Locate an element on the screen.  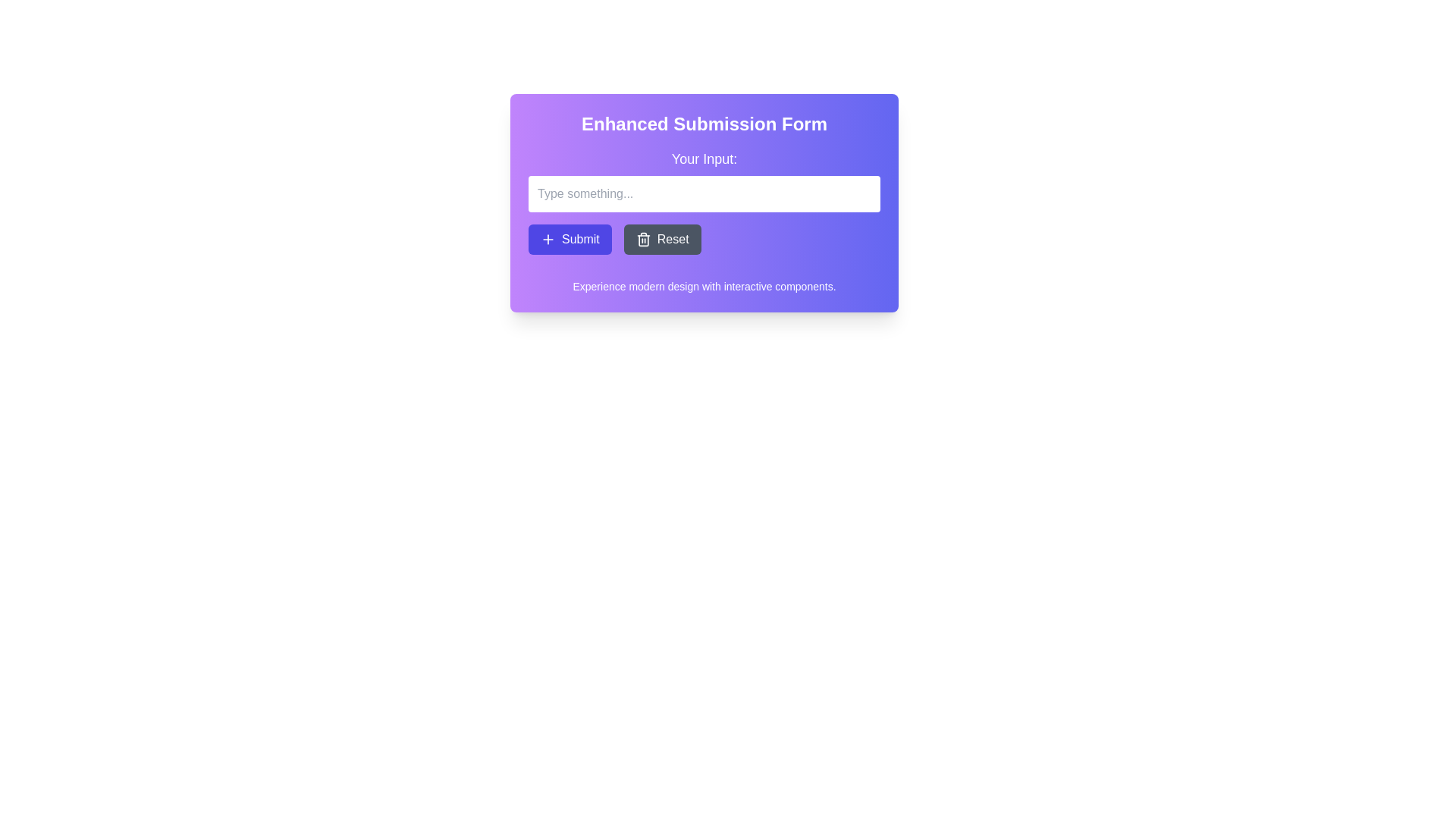
the 'Submit' button in the 'Enhanced Submission Form' to observe the color change effect is located at coordinates (569, 239).